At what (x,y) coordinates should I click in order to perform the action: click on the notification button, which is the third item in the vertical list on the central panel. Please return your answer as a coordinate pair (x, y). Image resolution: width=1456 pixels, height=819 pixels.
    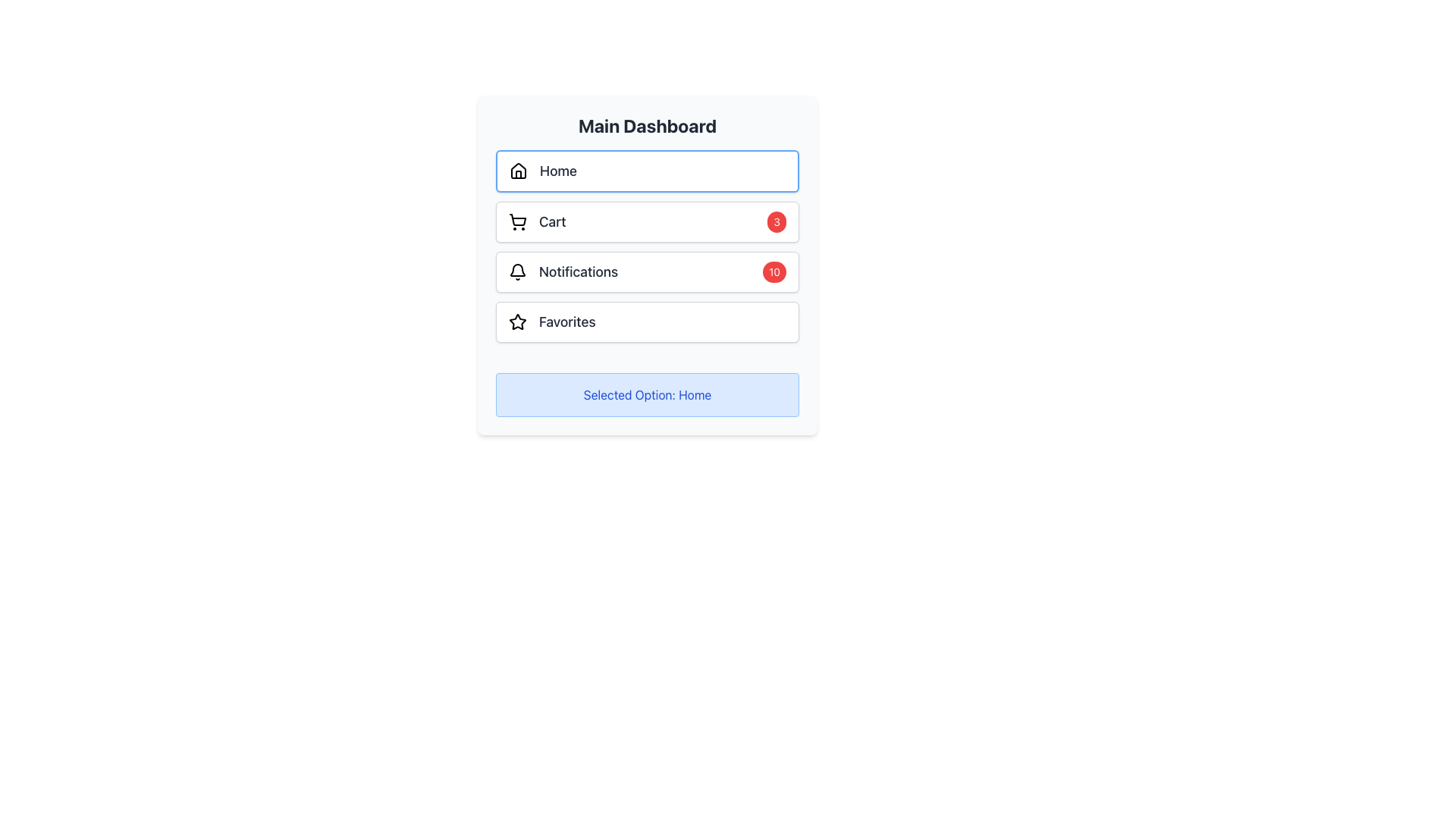
    Looking at the image, I should click on (648, 271).